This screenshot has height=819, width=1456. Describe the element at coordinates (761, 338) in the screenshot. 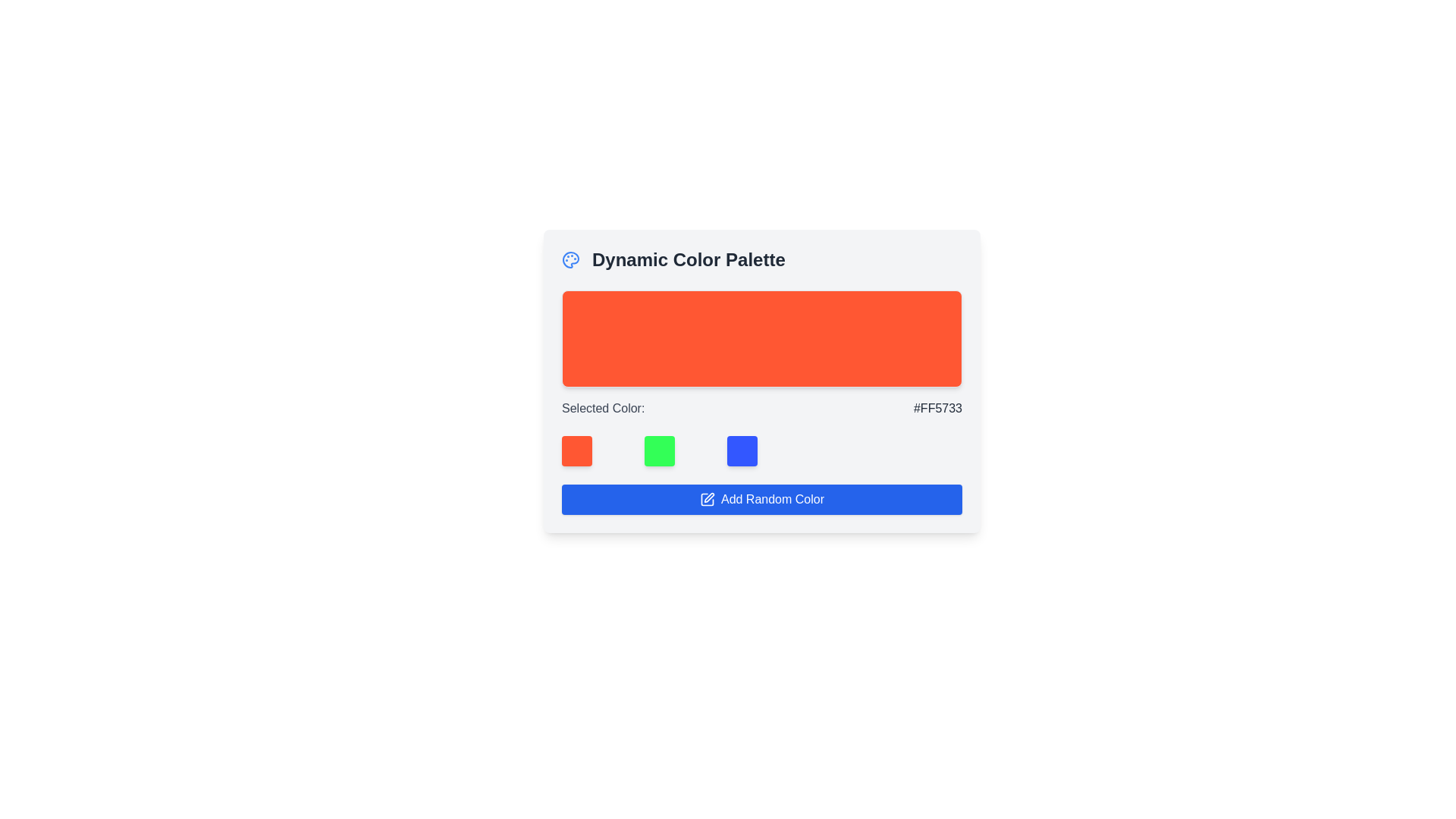

I see `the Colored Display Block with a vibrant orange background and rounded corners, located in the 'Dynamic Color Palette' section` at that location.